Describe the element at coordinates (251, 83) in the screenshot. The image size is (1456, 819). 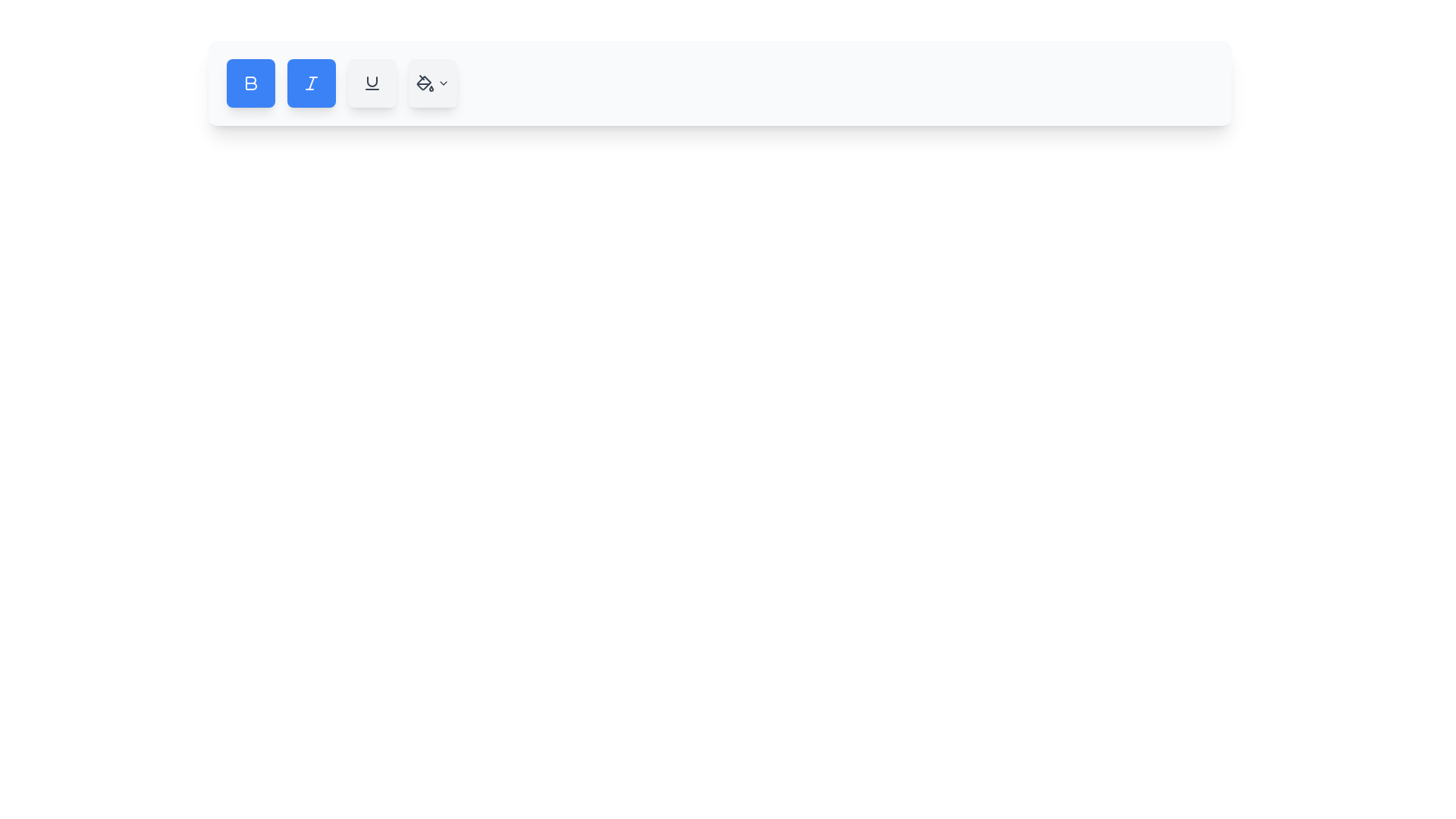
I see `the first button in the horizontal sequence of formatting option buttons` at that location.